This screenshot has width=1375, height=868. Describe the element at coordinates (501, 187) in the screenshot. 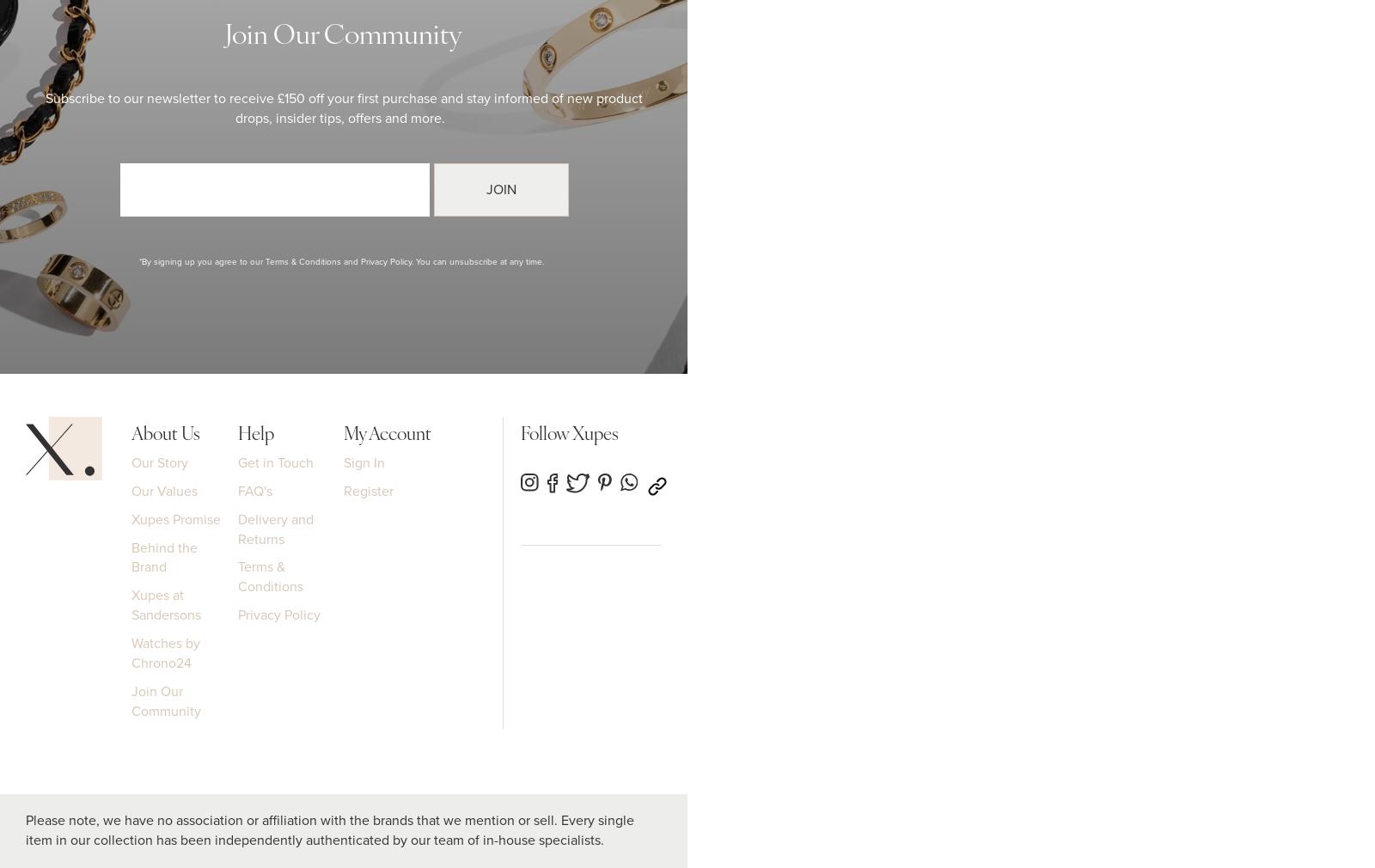

I see `'JOIN'` at that location.